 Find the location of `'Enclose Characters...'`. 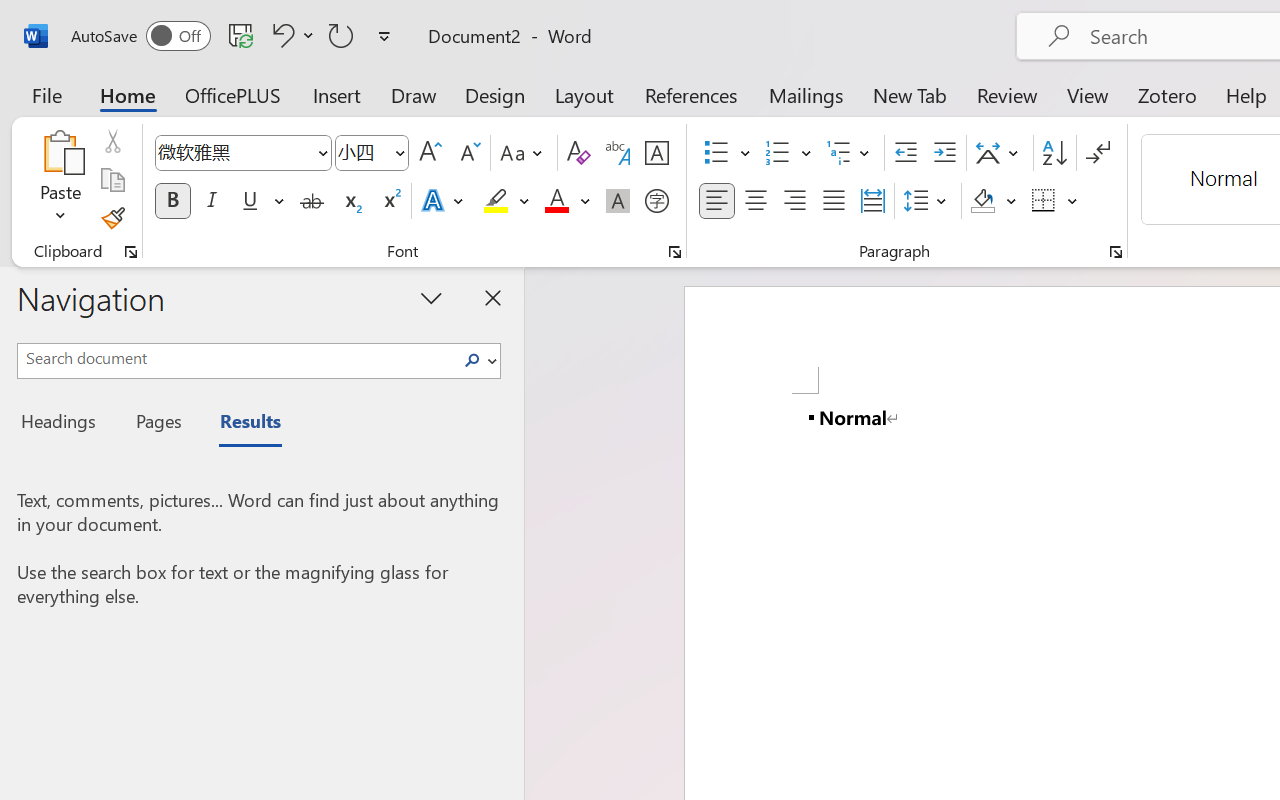

'Enclose Characters...' is located at coordinates (656, 201).